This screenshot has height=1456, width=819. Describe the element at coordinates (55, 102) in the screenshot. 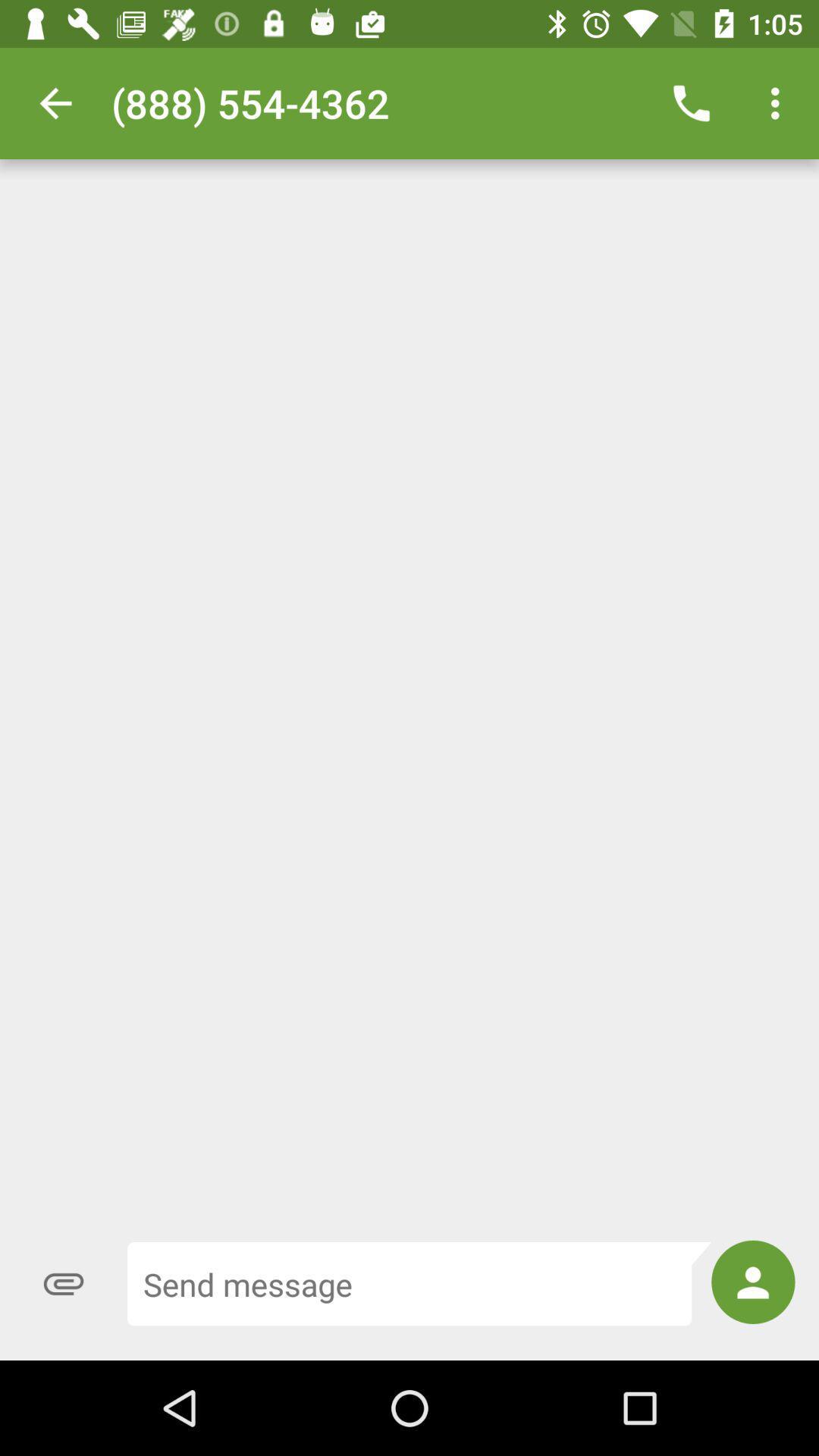

I see `the item to the left of the (888) 554-4362 icon` at that location.